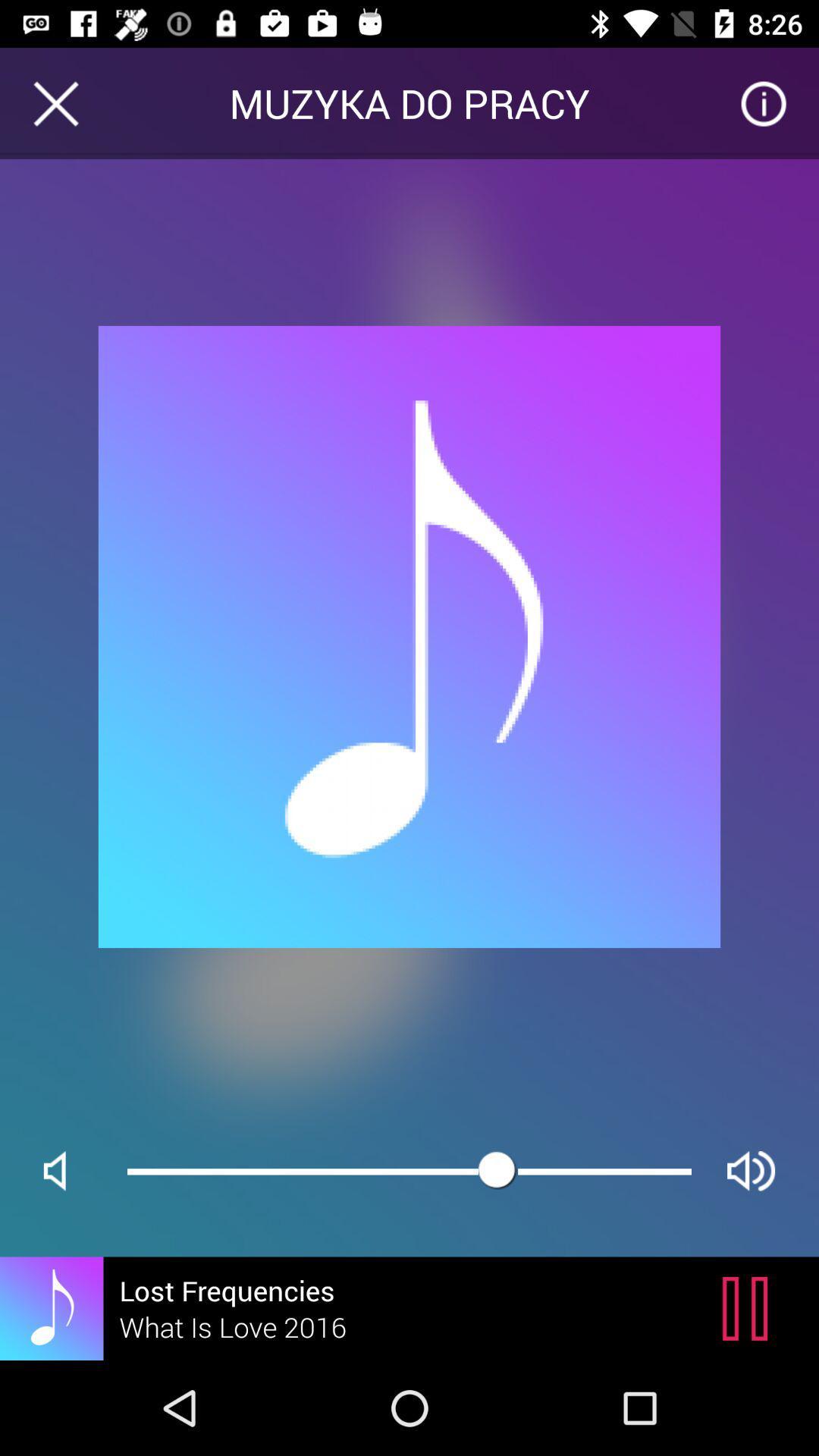  I want to click on icon to the left of muzyka do pracy item, so click(55, 102).